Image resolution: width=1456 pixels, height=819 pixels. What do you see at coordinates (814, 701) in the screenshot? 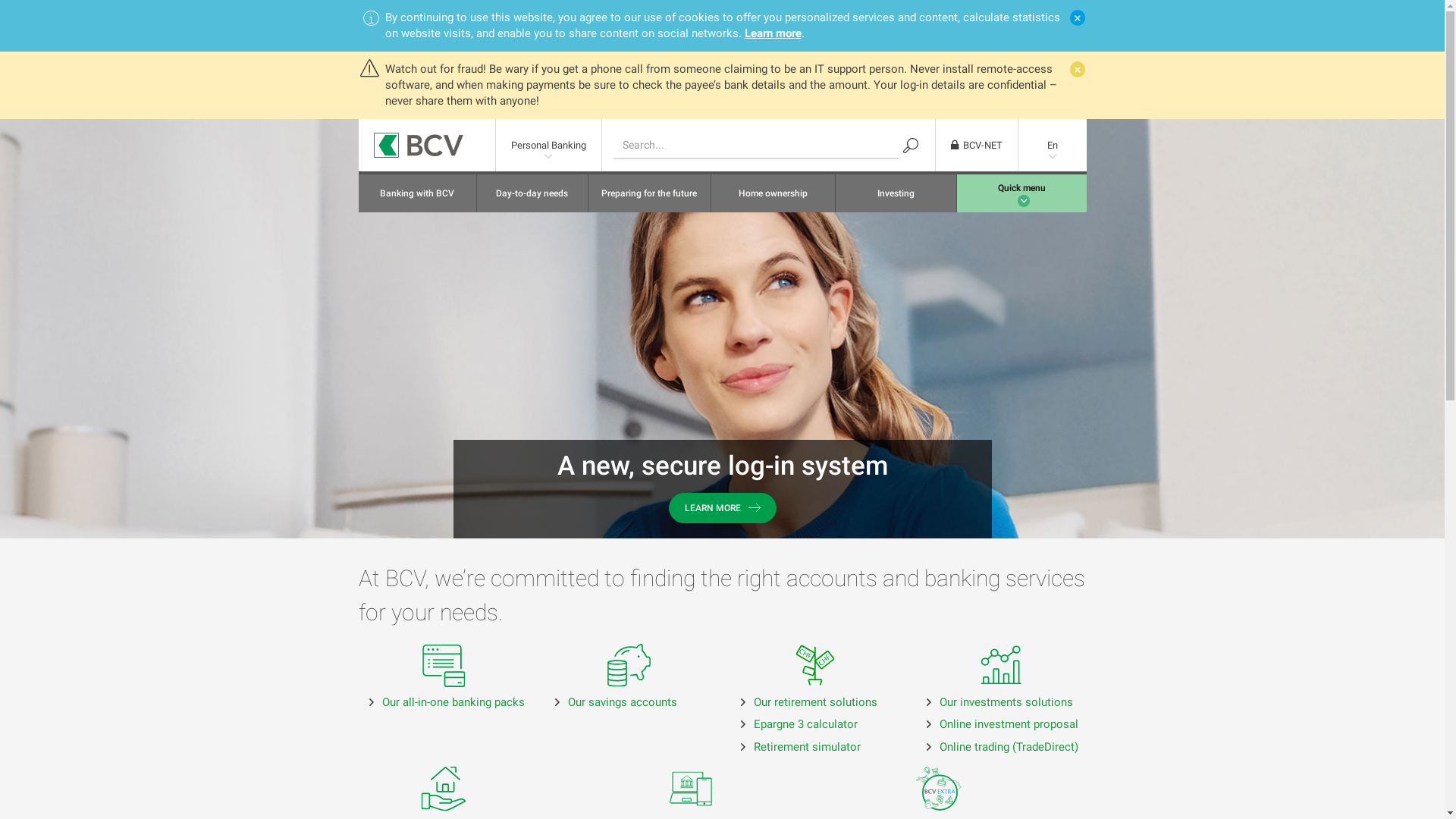
I see `'Our retirement solutions'` at bounding box center [814, 701].